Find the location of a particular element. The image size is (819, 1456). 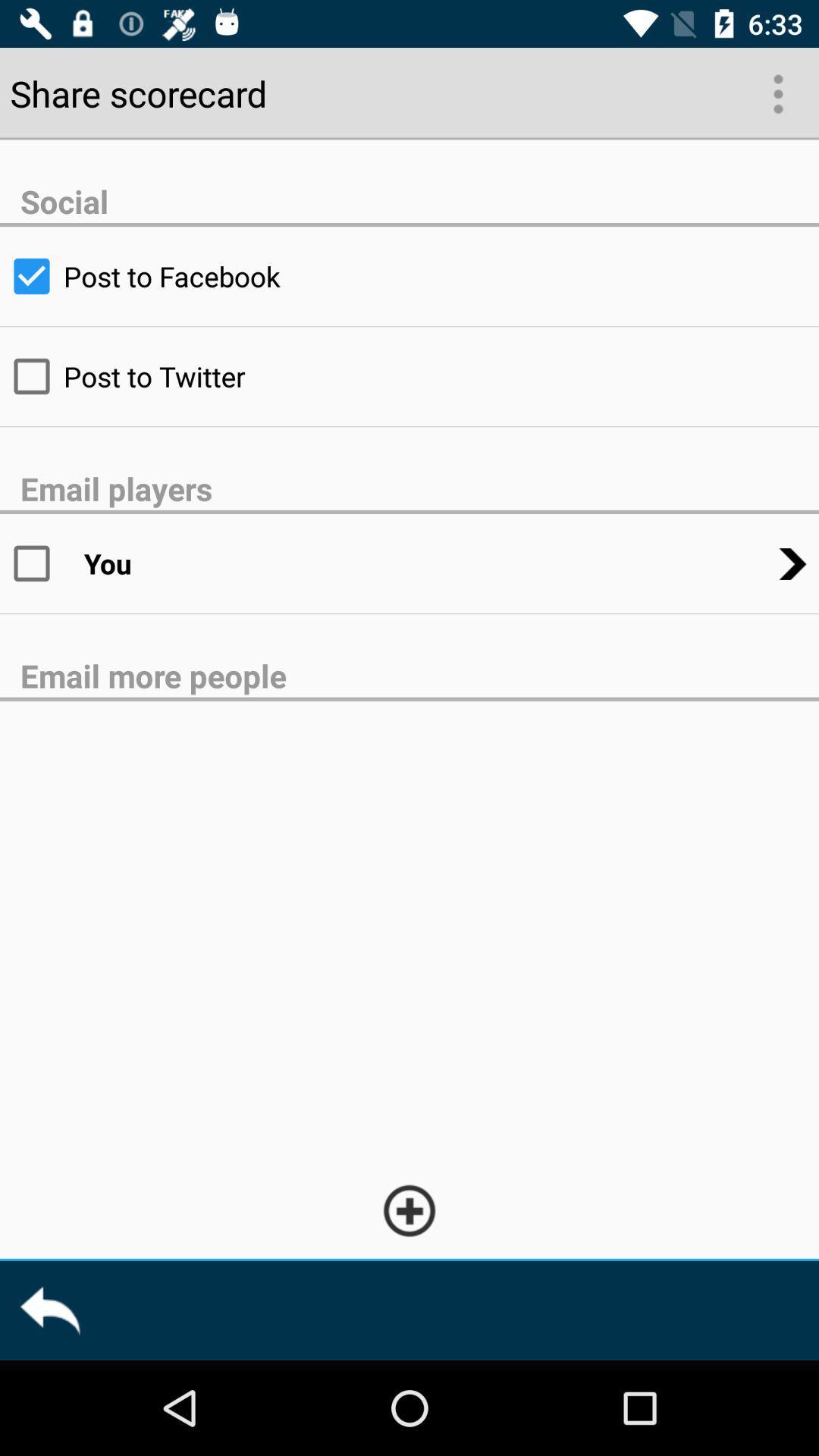

yourself to email is located at coordinates (41, 563).